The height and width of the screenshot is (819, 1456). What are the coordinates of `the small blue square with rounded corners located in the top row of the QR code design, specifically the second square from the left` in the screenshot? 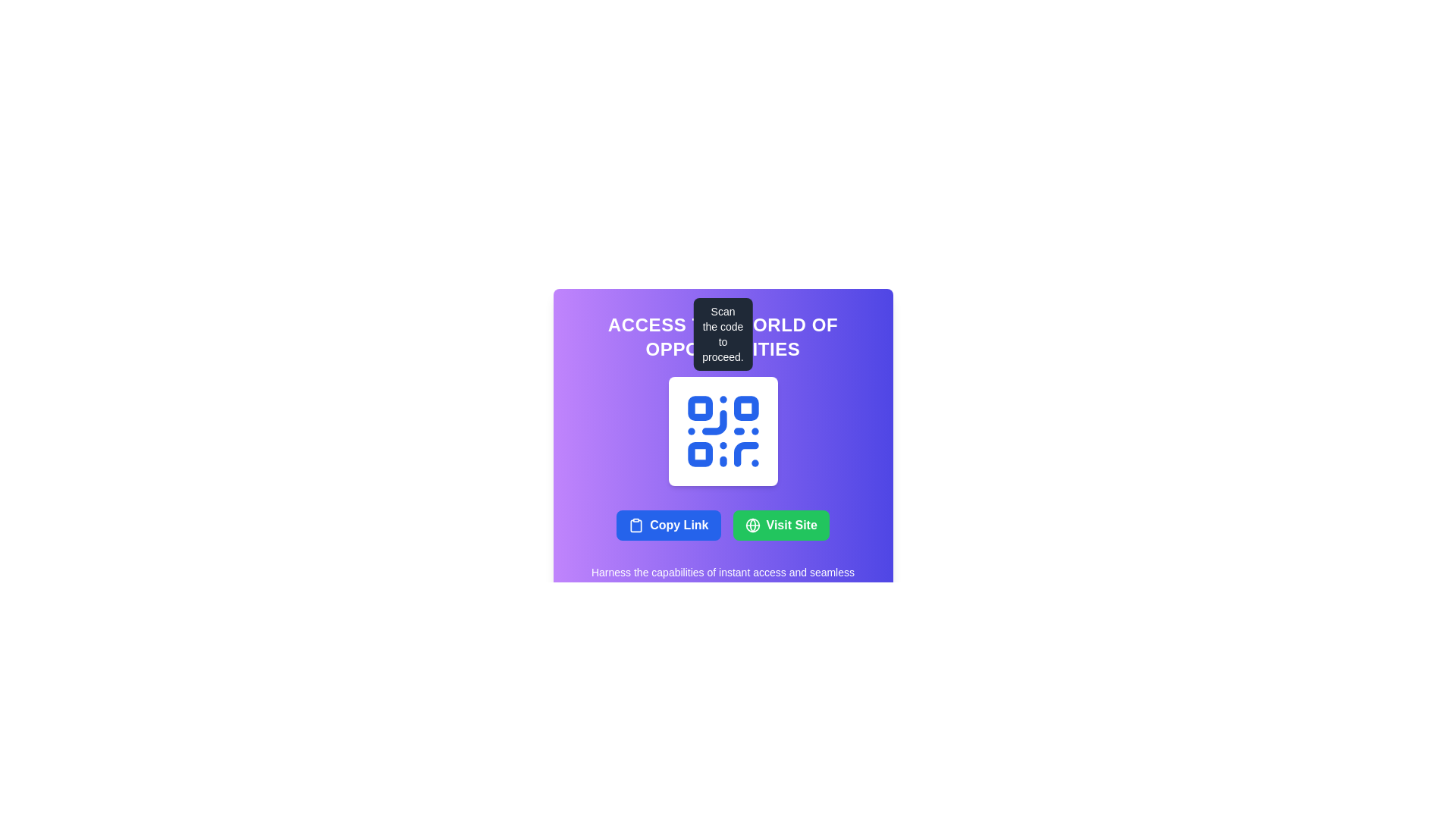 It's located at (745, 407).